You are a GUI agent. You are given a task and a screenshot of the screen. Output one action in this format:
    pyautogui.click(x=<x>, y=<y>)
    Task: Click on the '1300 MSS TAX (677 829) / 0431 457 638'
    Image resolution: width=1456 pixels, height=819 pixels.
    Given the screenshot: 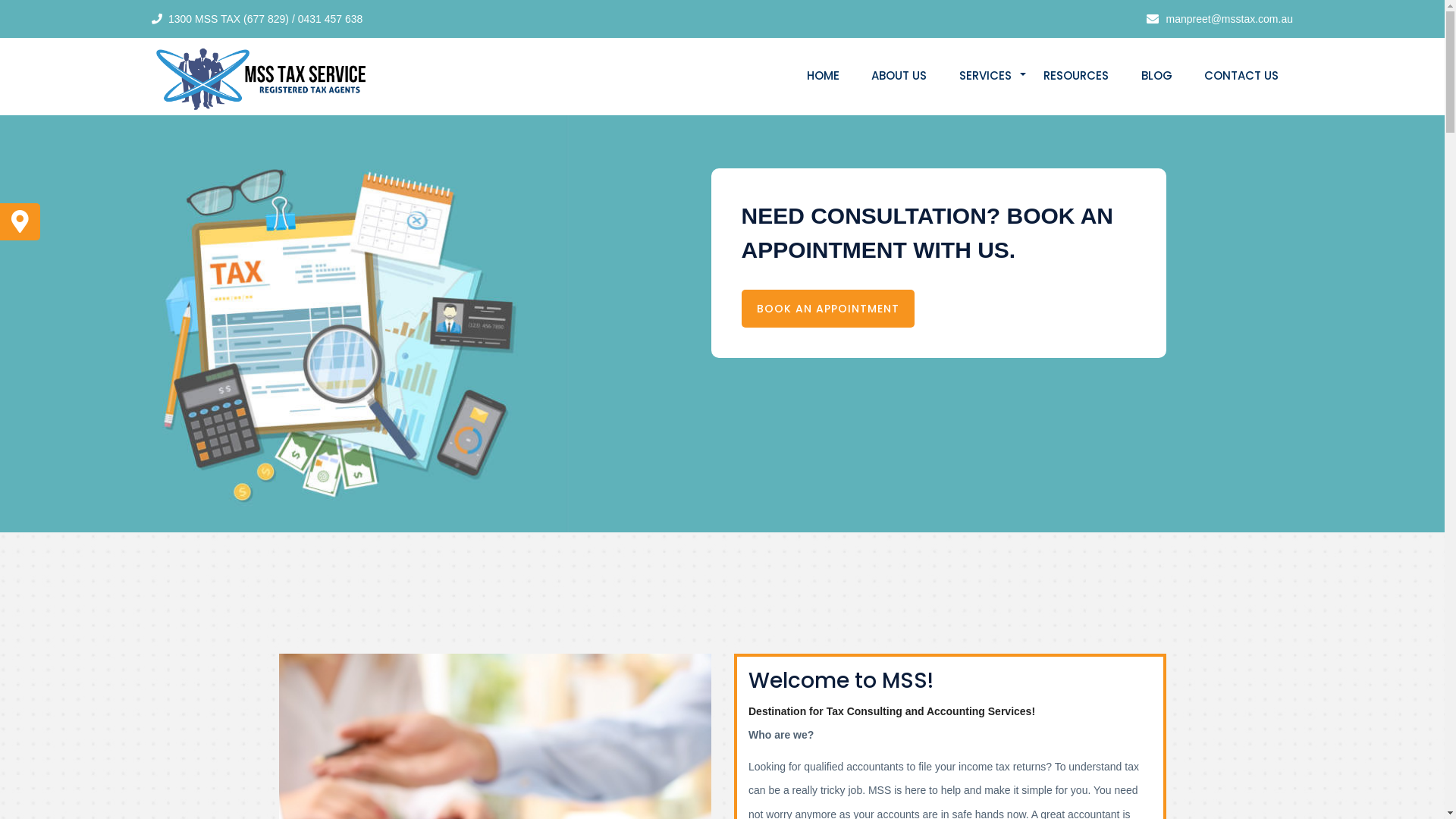 What is the action you would take?
    pyautogui.click(x=265, y=18)
    